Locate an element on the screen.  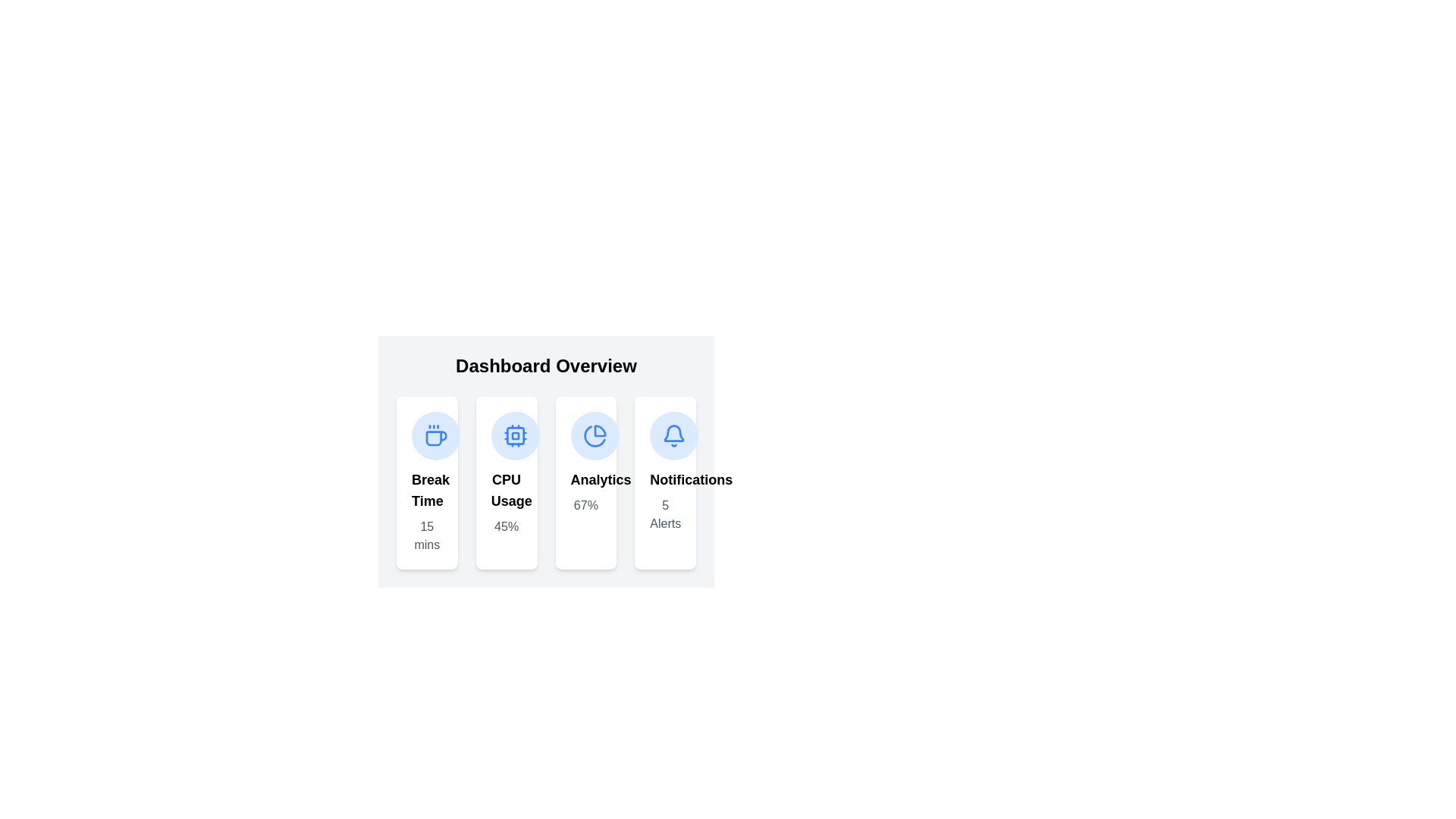
the pie chart icon with a blue outline, which represents data analytics is located at coordinates (594, 435).